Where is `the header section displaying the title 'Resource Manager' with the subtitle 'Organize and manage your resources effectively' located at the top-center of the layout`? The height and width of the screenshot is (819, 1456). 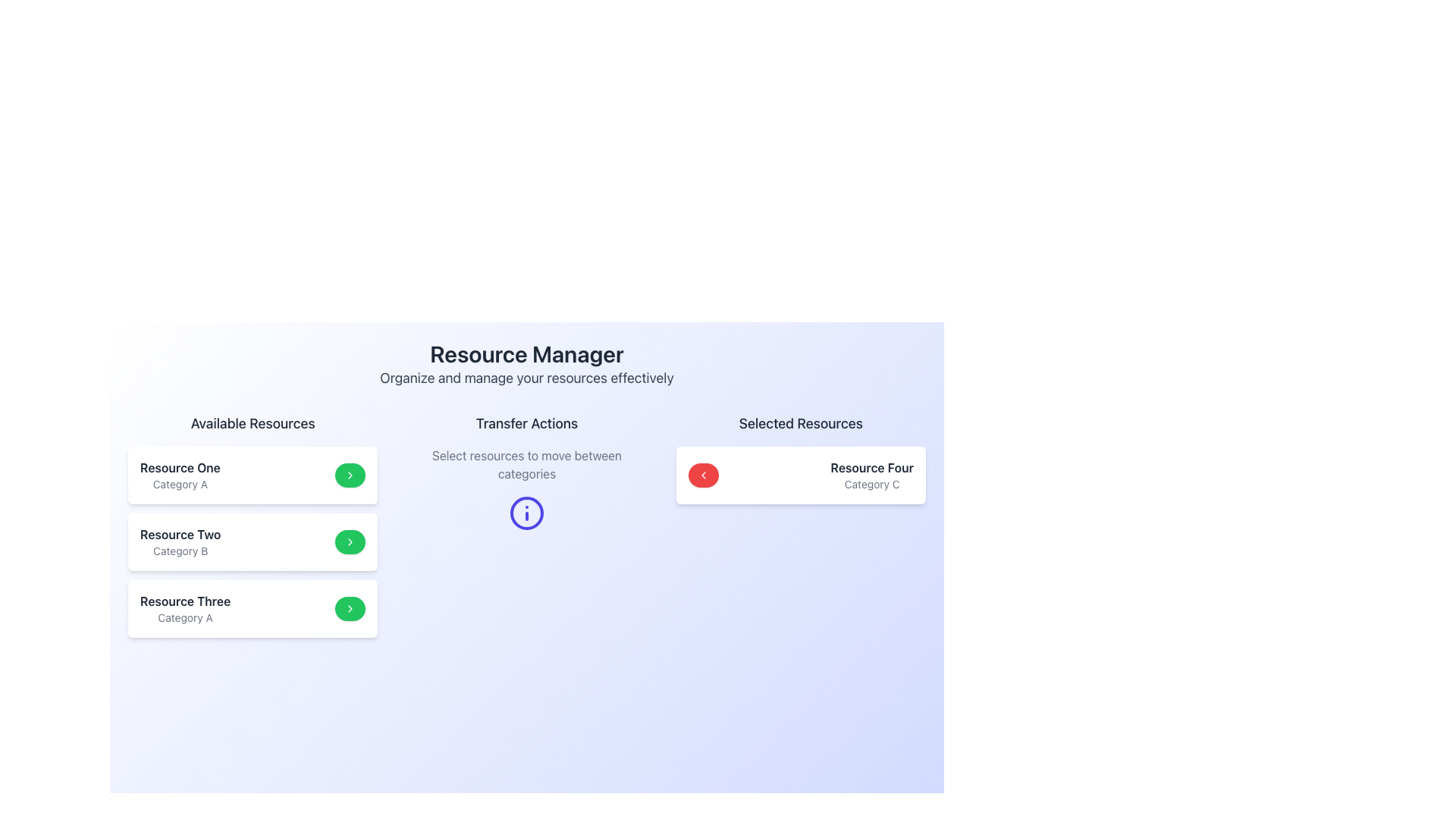
the header section displaying the title 'Resource Manager' with the subtitle 'Organize and manage your resources effectively' located at the top-center of the layout is located at coordinates (527, 365).